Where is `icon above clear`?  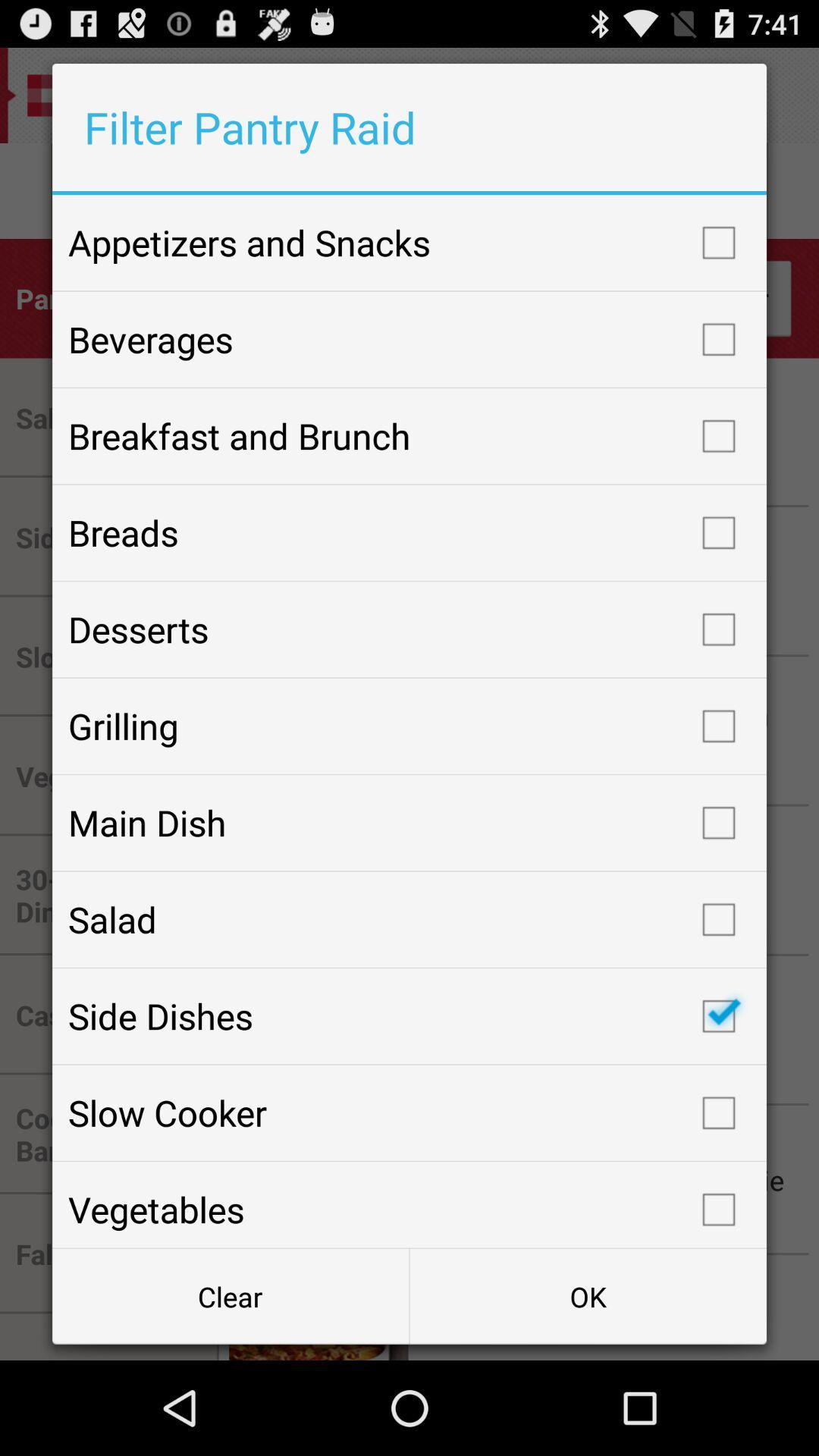 icon above clear is located at coordinates (409, 1203).